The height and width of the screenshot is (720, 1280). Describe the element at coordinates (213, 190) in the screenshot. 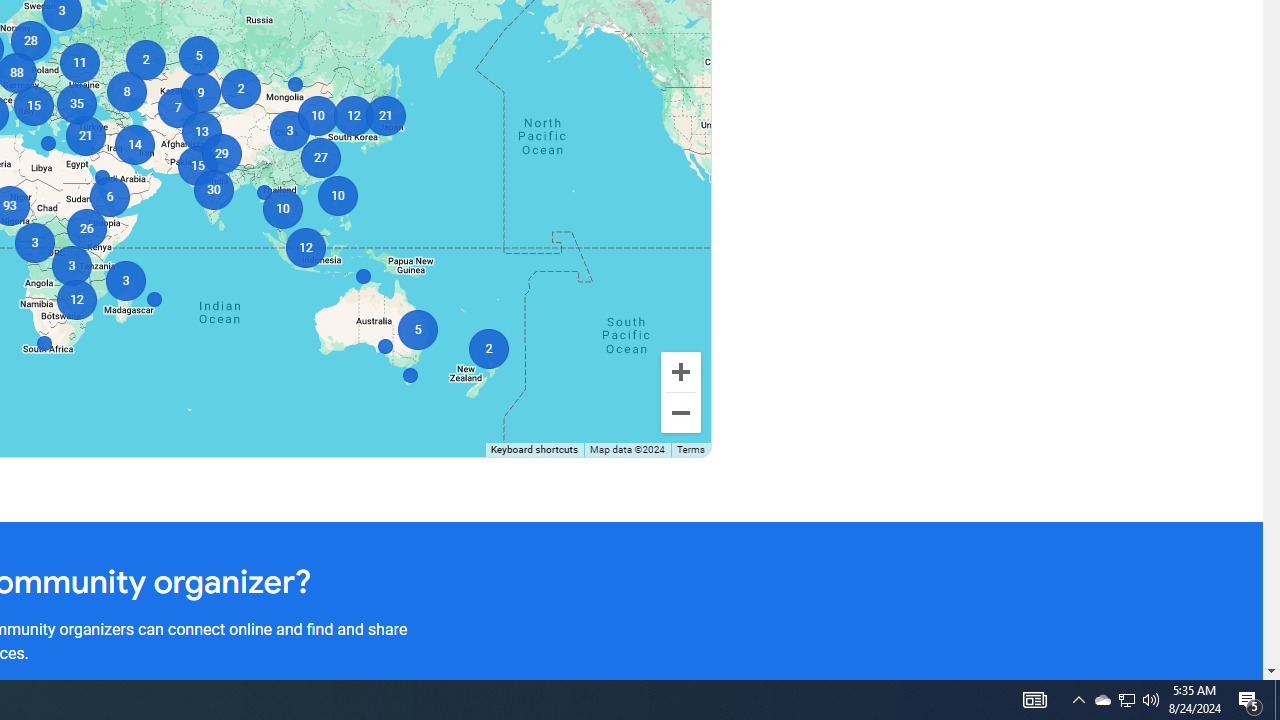

I see `'30'` at that location.